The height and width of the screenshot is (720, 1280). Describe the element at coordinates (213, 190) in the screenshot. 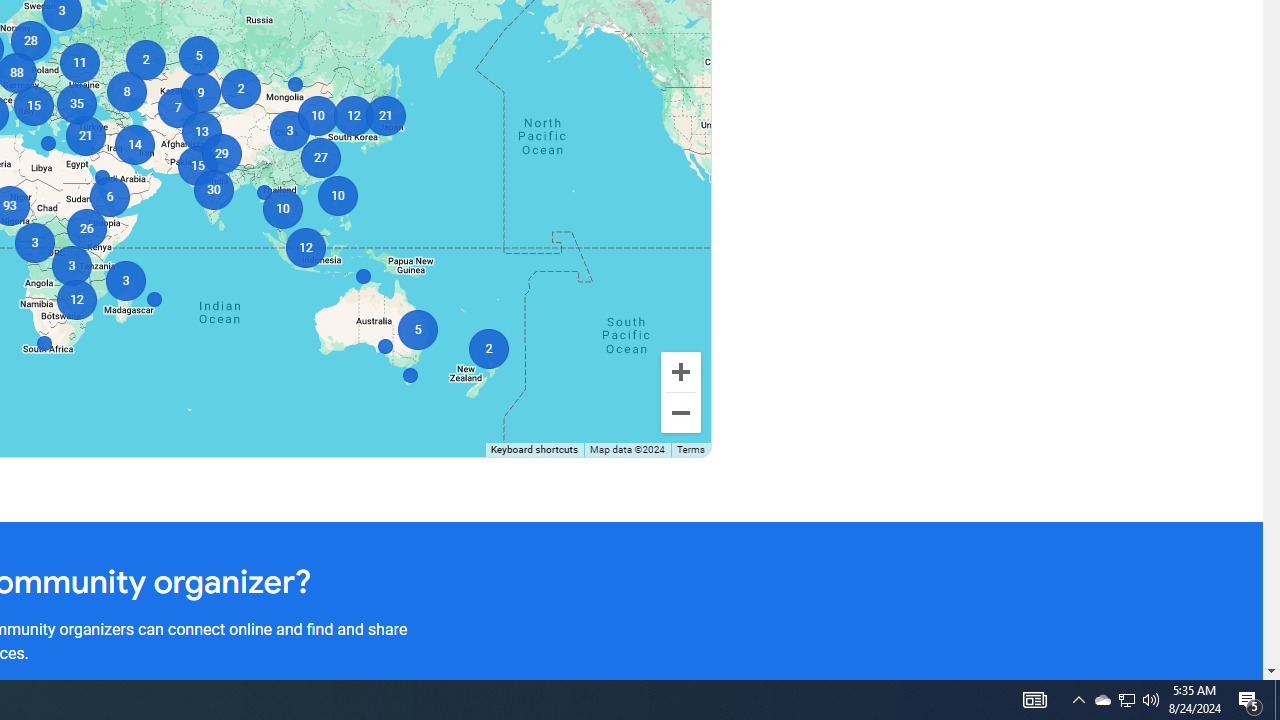

I see `'30'` at that location.